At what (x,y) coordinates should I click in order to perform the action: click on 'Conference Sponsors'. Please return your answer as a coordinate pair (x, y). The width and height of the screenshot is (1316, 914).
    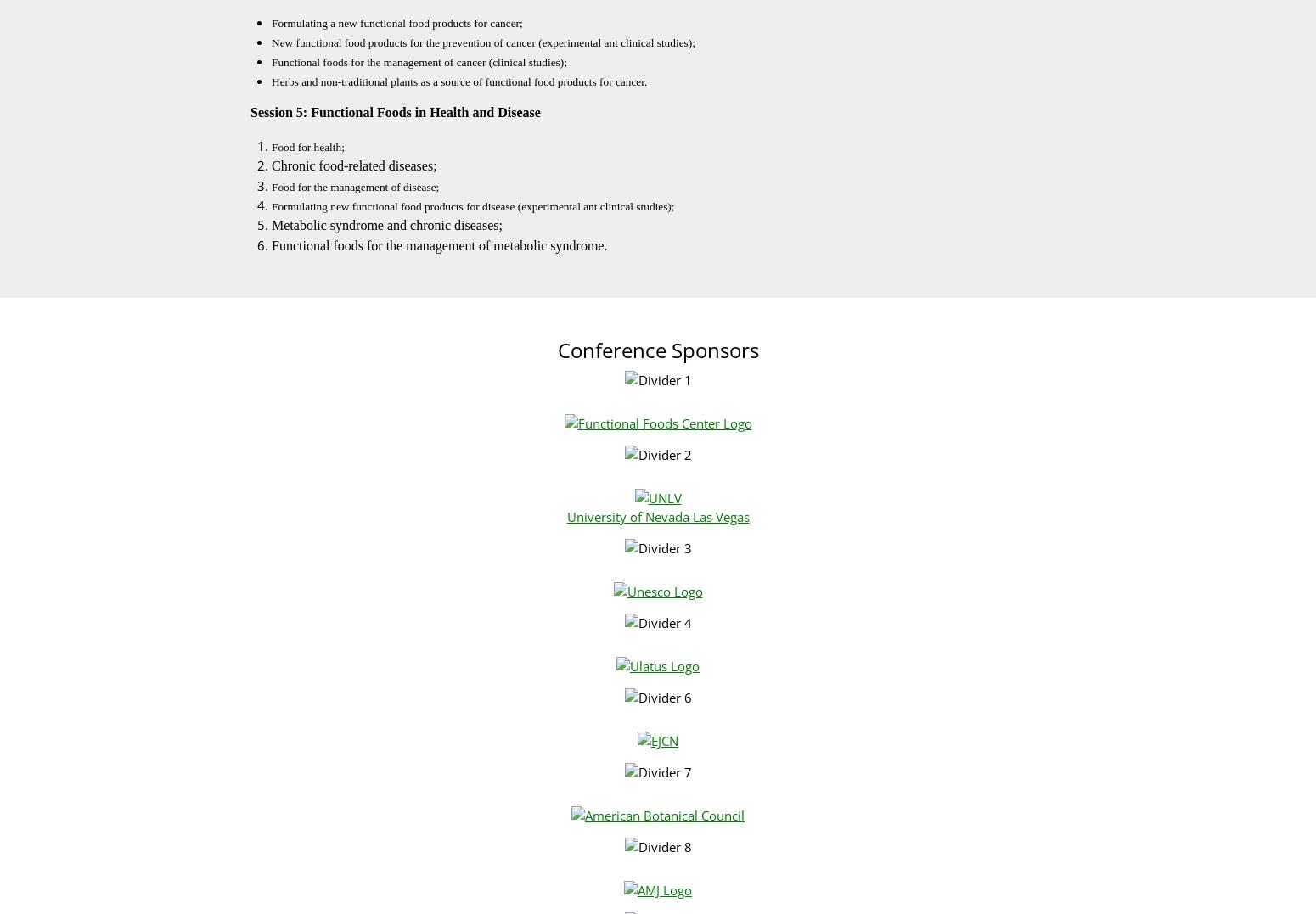
    Looking at the image, I should click on (657, 350).